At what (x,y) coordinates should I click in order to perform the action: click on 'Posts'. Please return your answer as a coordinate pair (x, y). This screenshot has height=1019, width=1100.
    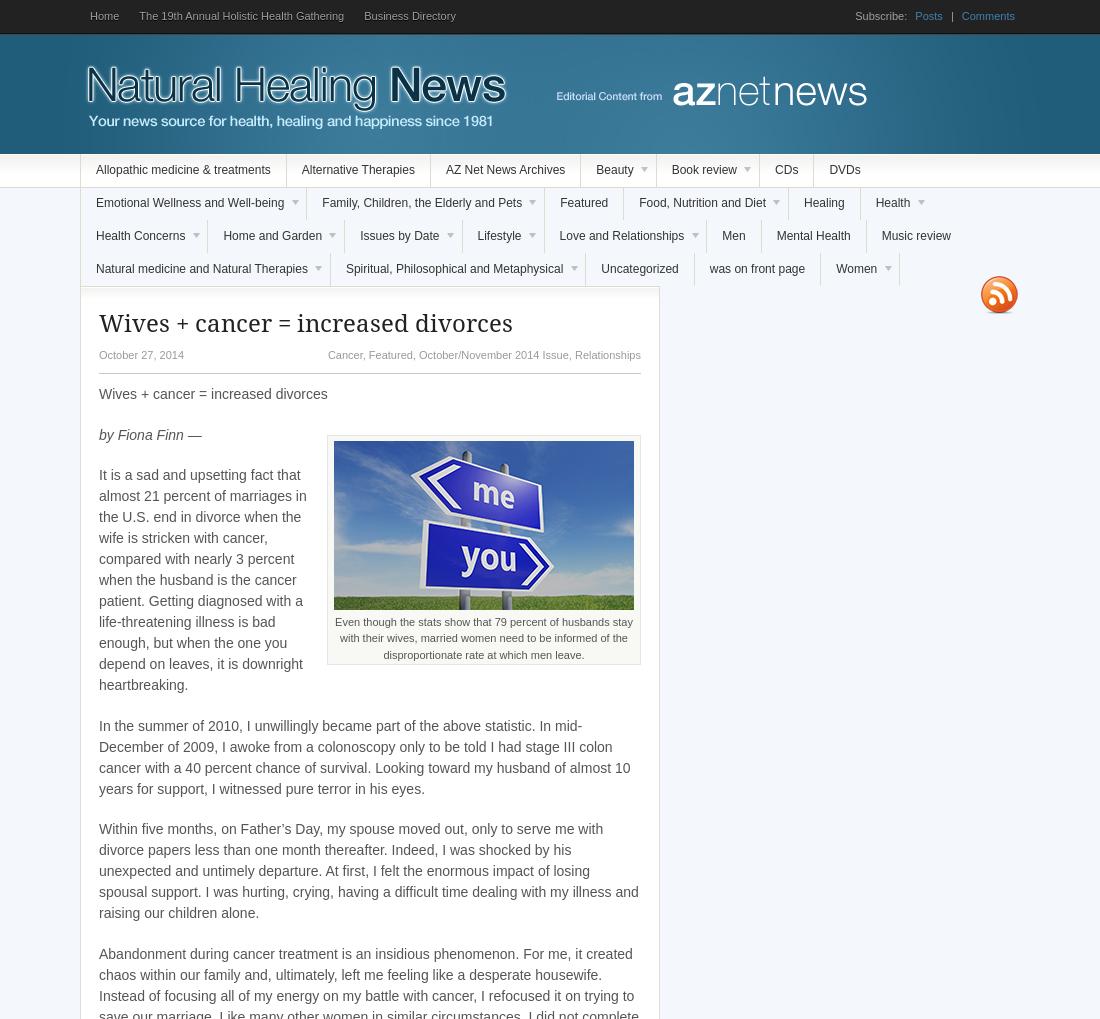
    Looking at the image, I should click on (928, 14).